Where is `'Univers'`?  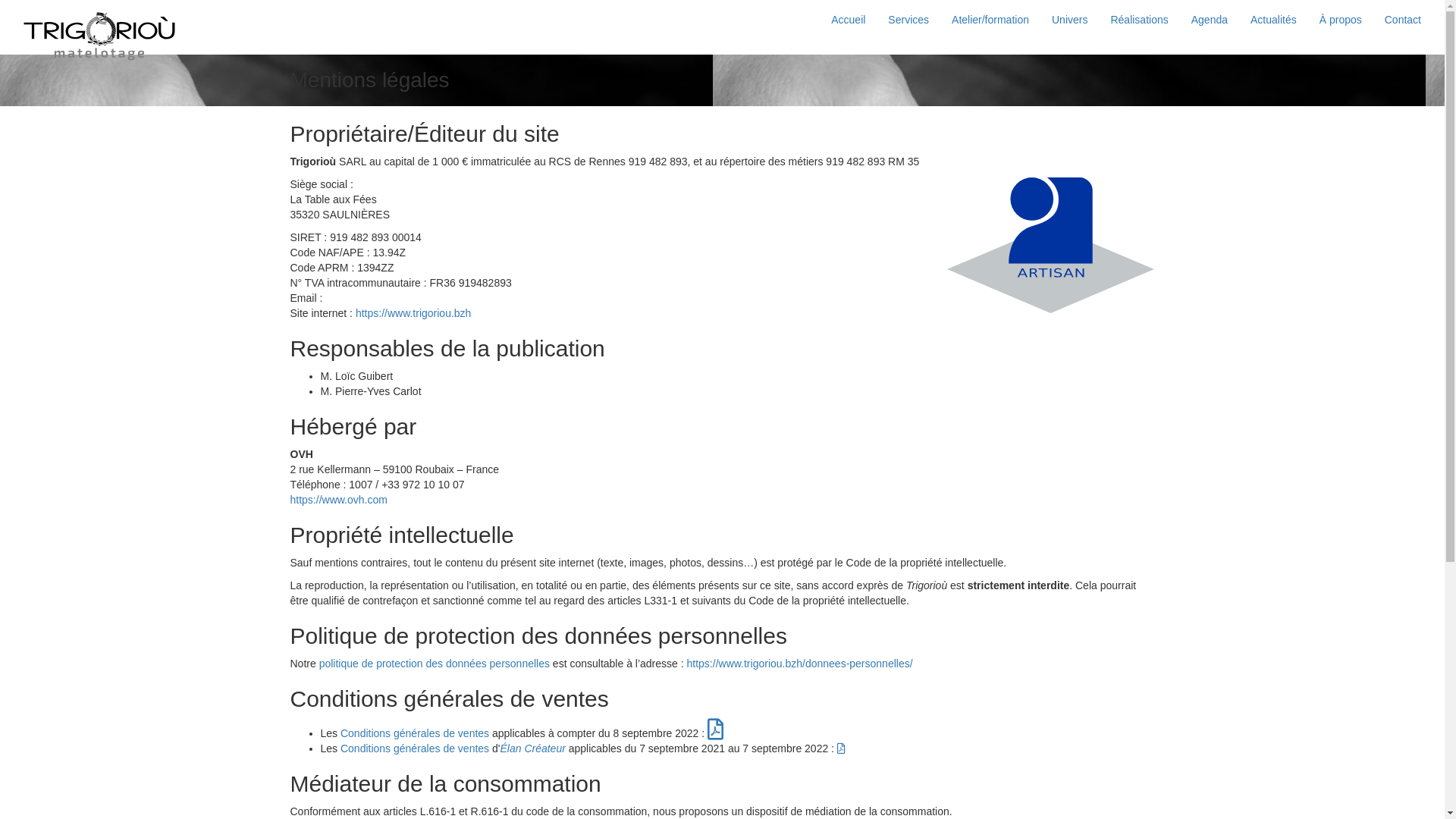
'Univers' is located at coordinates (1068, 20).